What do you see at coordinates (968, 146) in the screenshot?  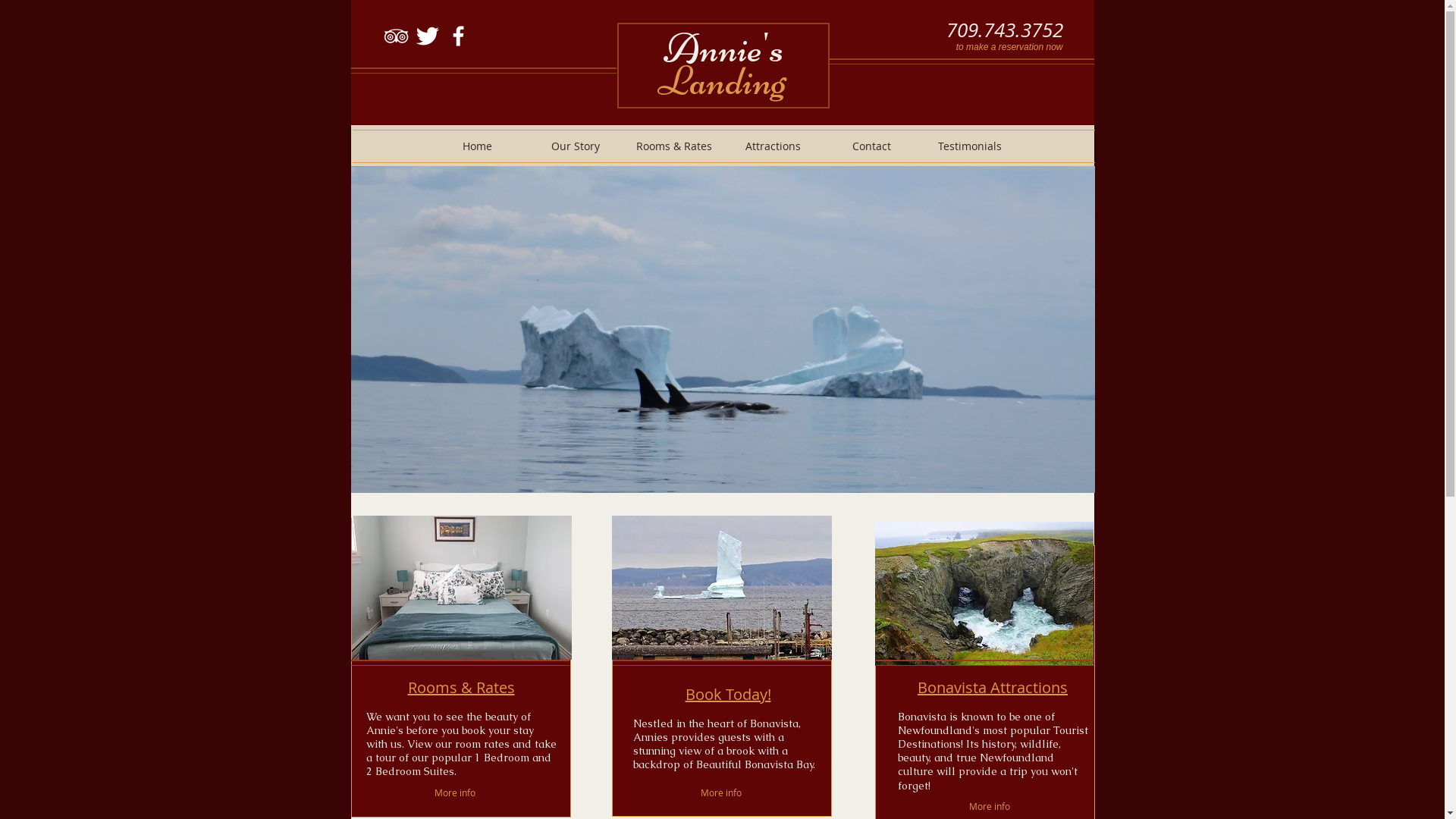 I see `'Testimonials'` at bounding box center [968, 146].